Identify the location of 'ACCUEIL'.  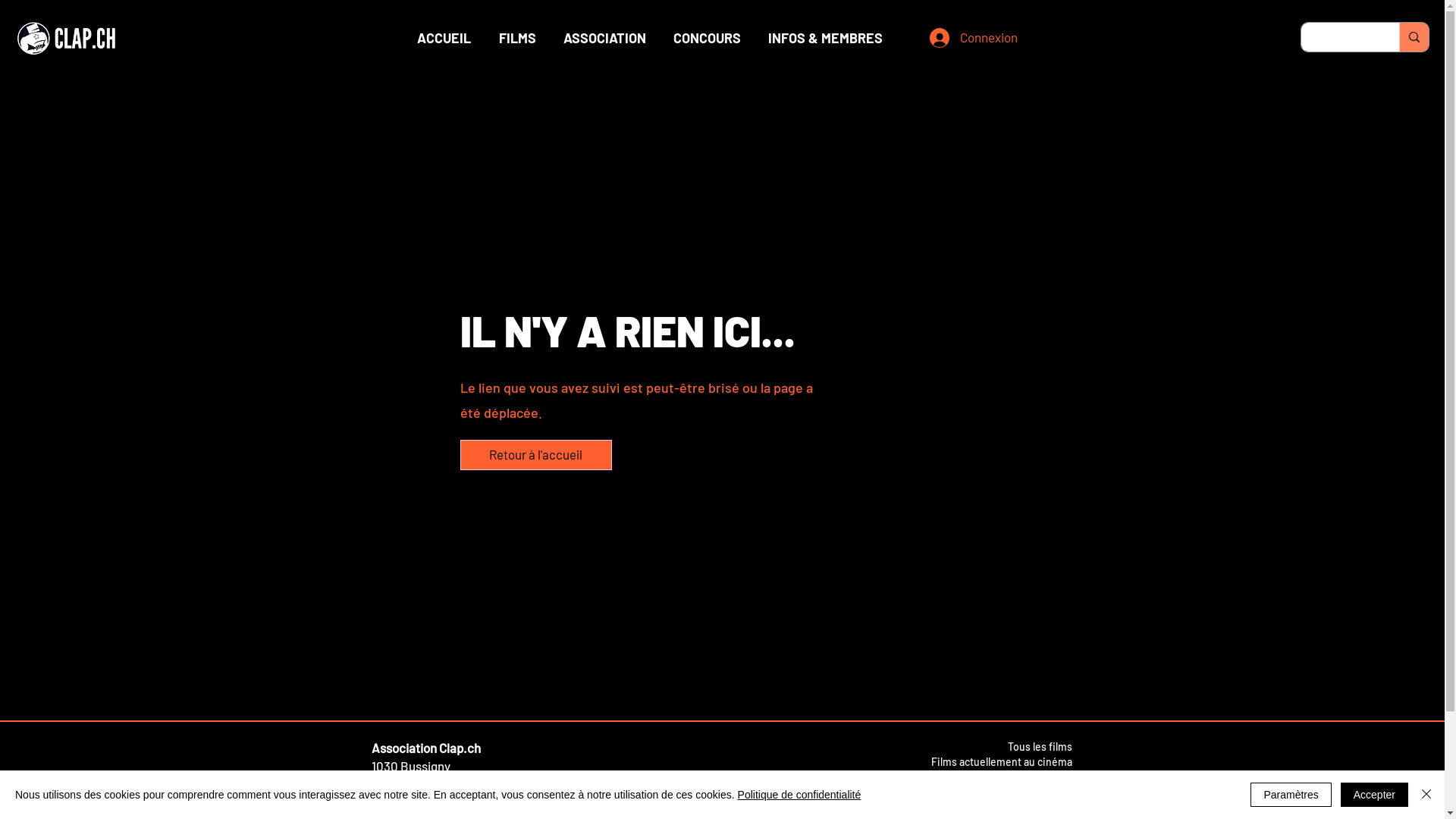
(443, 37).